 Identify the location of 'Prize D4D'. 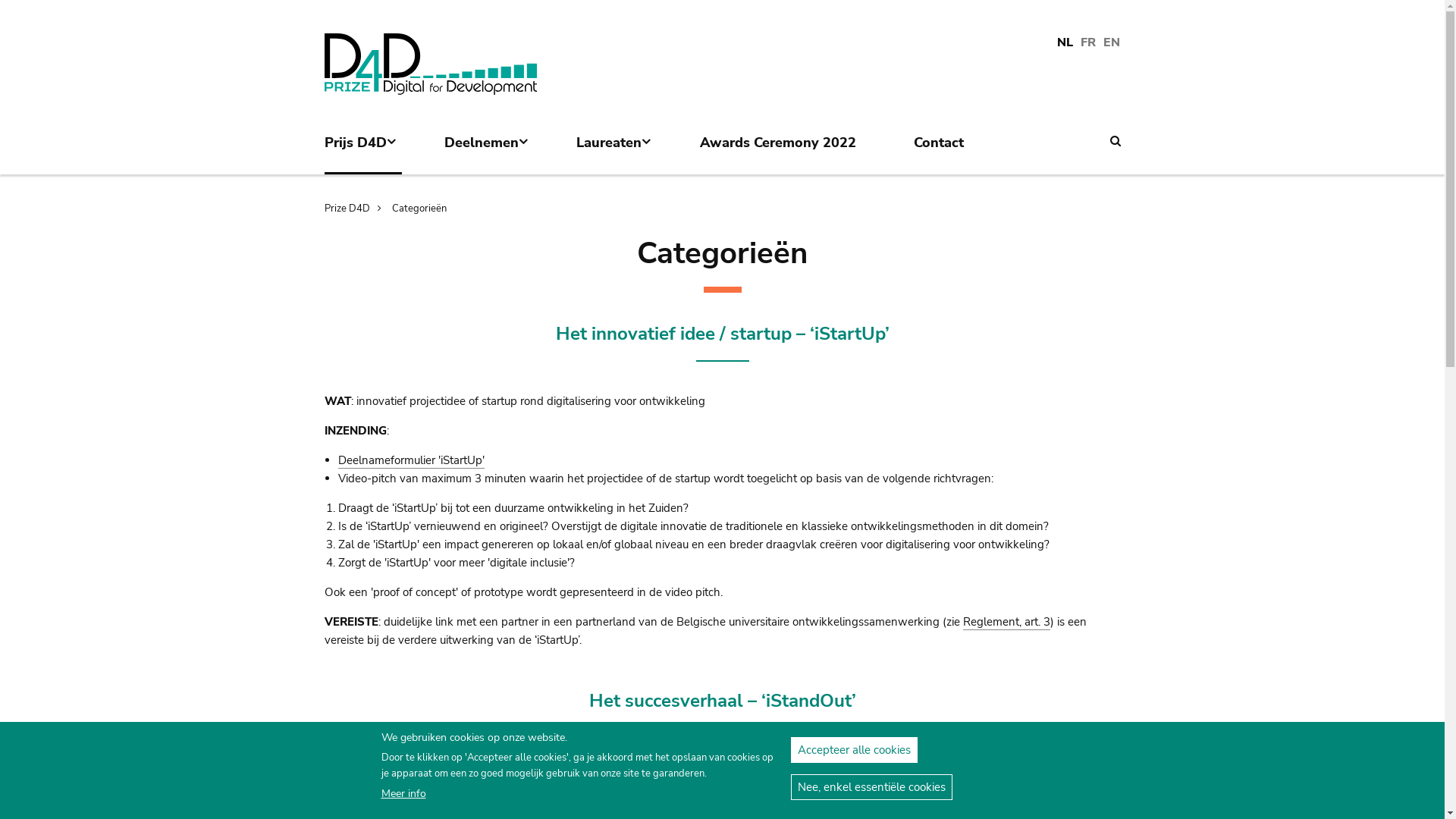
(356, 208).